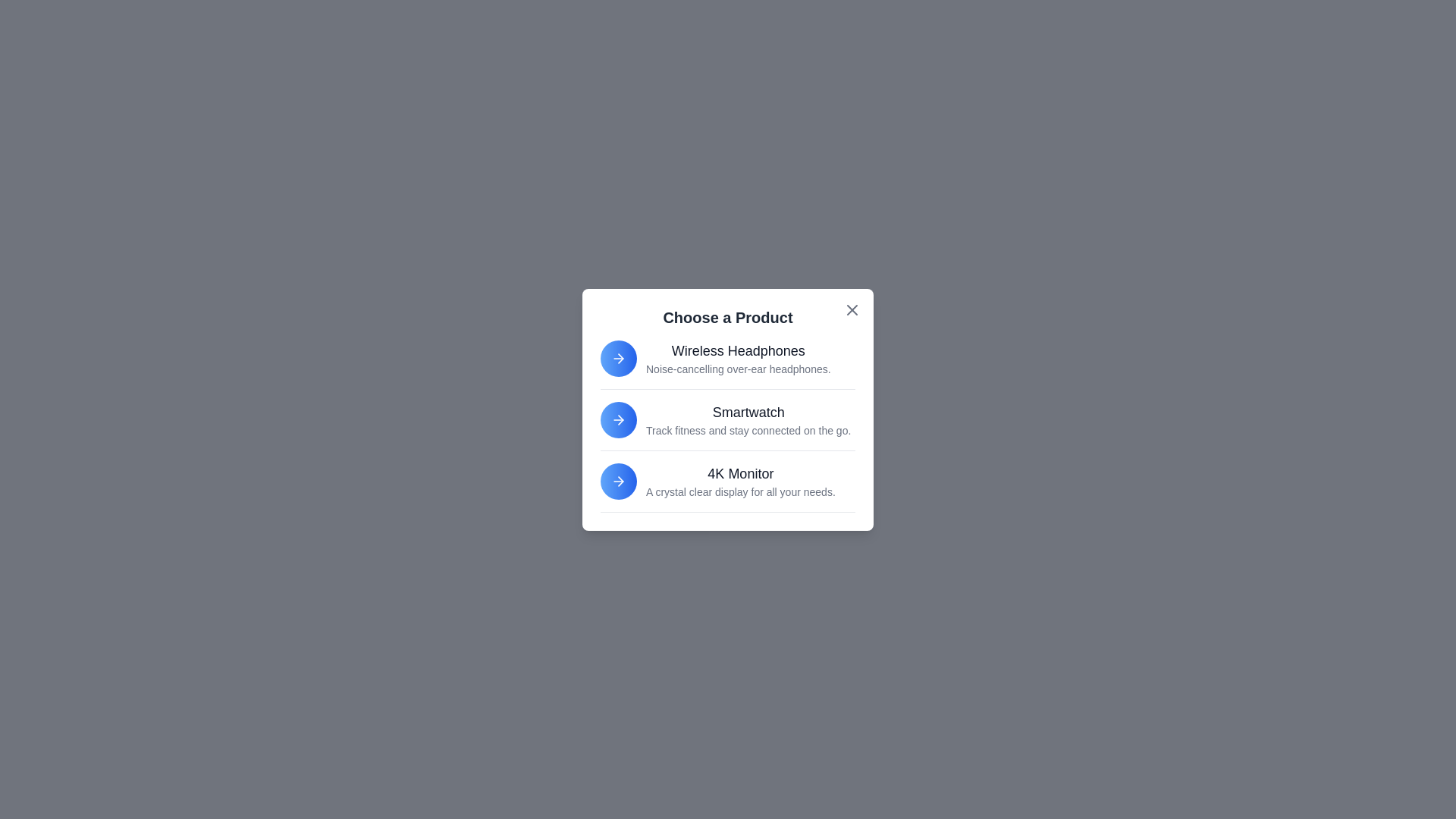 The height and width of the screenshot is (819, 1456). I want to click on the close button located at the top-right corner of the dialog, so click(852, 309).